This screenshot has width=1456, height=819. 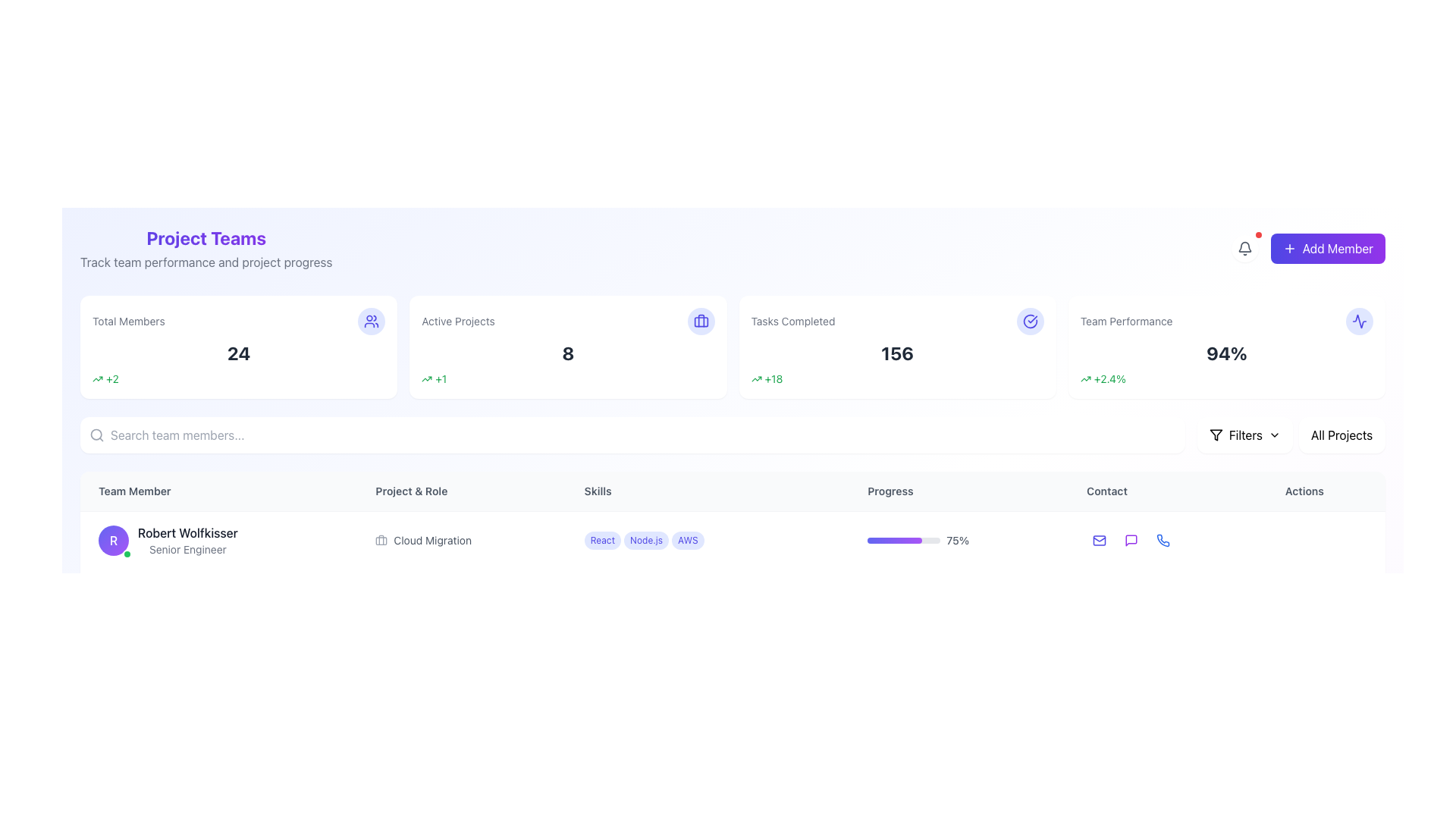 I want to click on the status indication of the small circular status indicator with a bright yellow fill and white outline, located at the lower-right corner of the profile icon displaying the letter 'J', so click(x=127, y=610).